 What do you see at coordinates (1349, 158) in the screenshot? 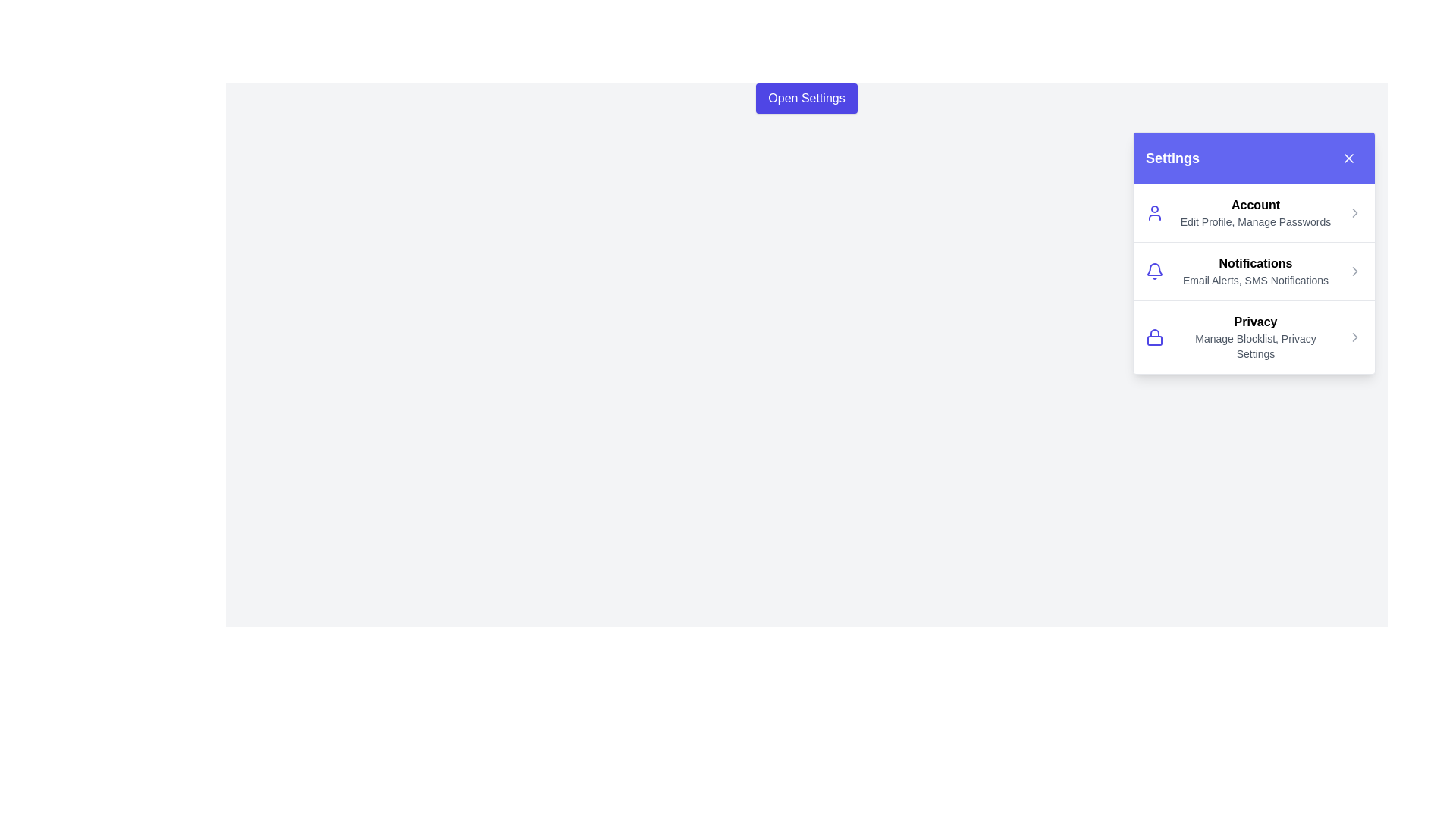
I see `the 'X'-shaped close icon in the top-right corner of the 'Settings' card` at bounding box center [1349, 158].